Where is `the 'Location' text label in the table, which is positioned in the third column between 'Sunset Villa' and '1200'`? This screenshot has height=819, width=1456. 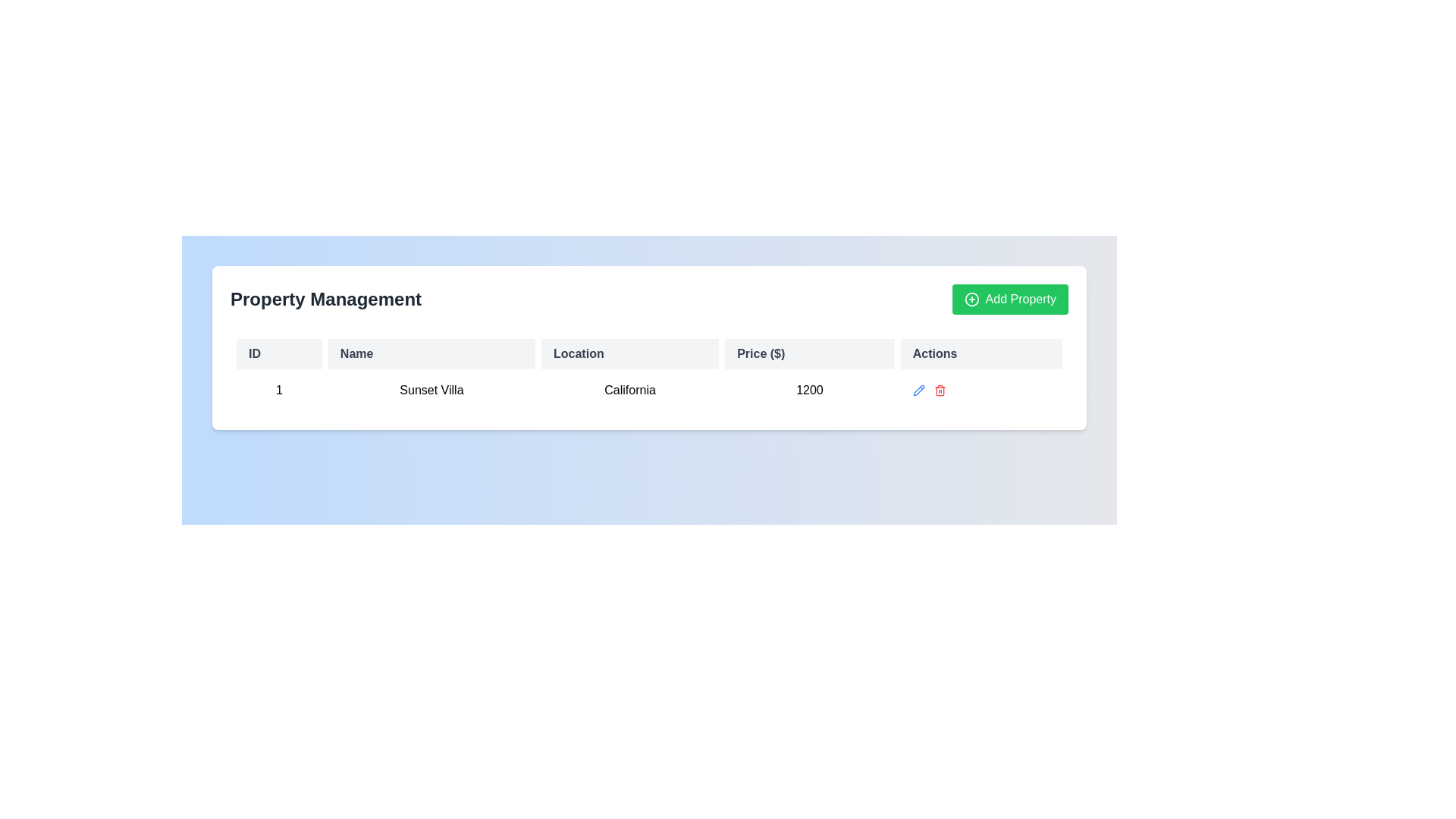
the 'Location' text label in the table, which is positioned in the third column between 'Sunset Villa' and '1200' is located at coordinates (630, 390).